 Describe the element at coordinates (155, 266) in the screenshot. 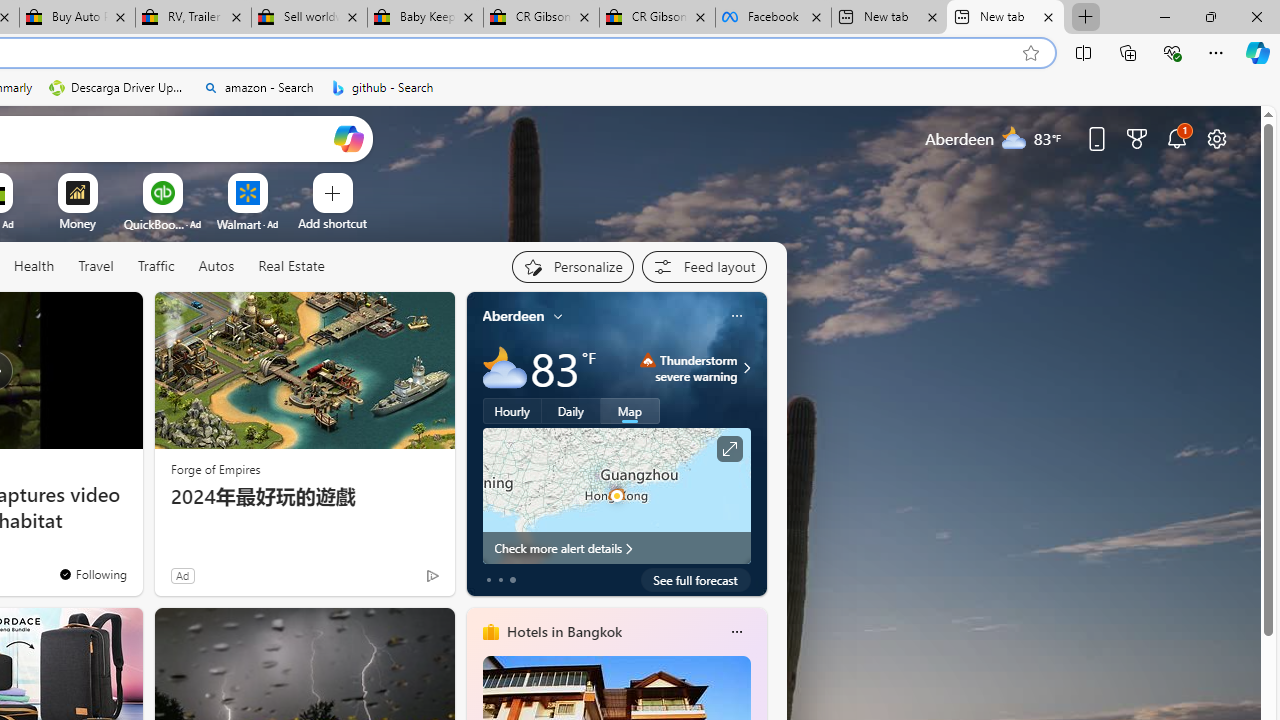

I see `'Traffic'` at that location.